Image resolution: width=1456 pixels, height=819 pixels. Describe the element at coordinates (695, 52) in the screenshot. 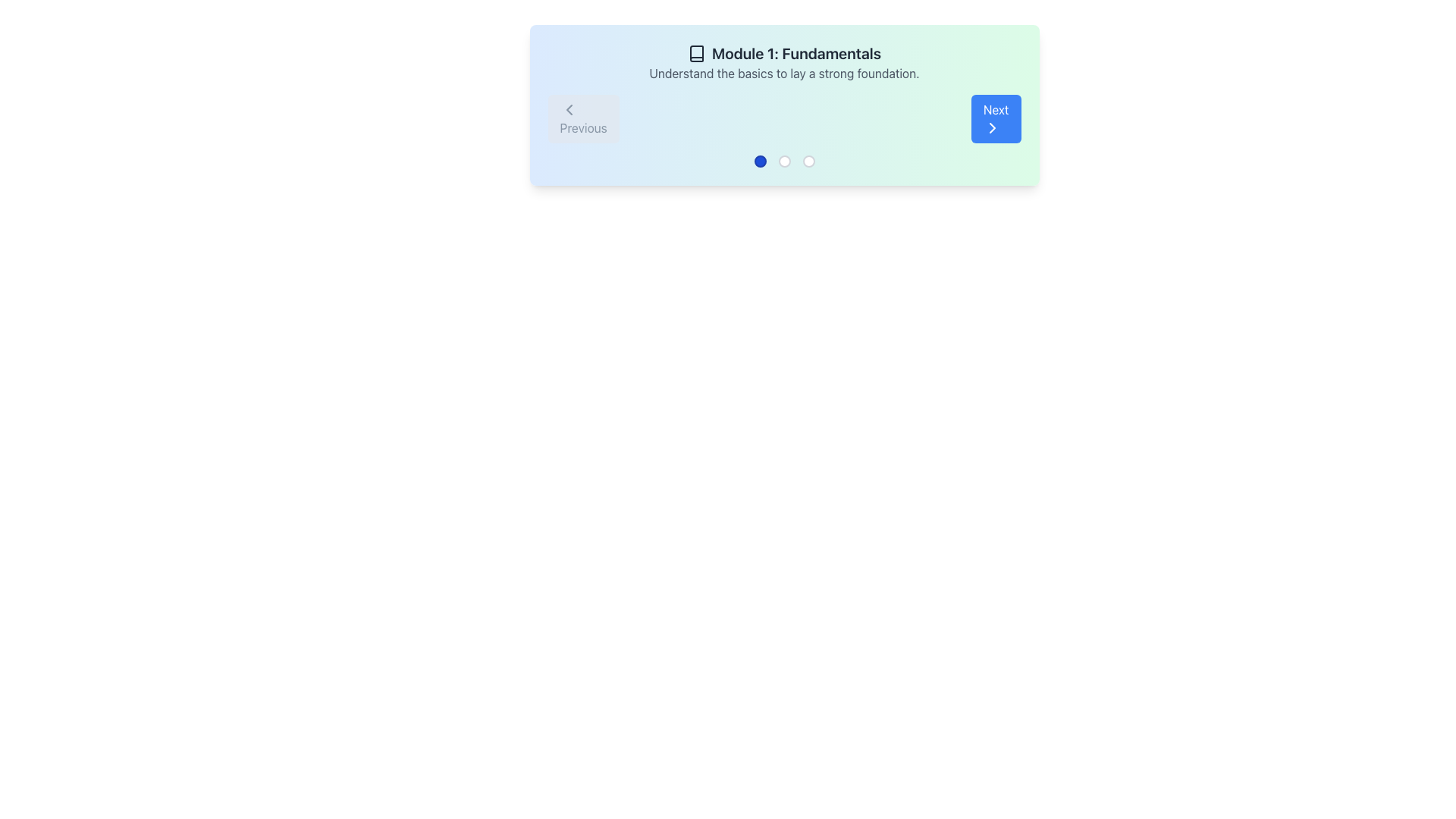

I see `the icon representing 'Module 1: Fundamentals' for additional interaction` at that location.